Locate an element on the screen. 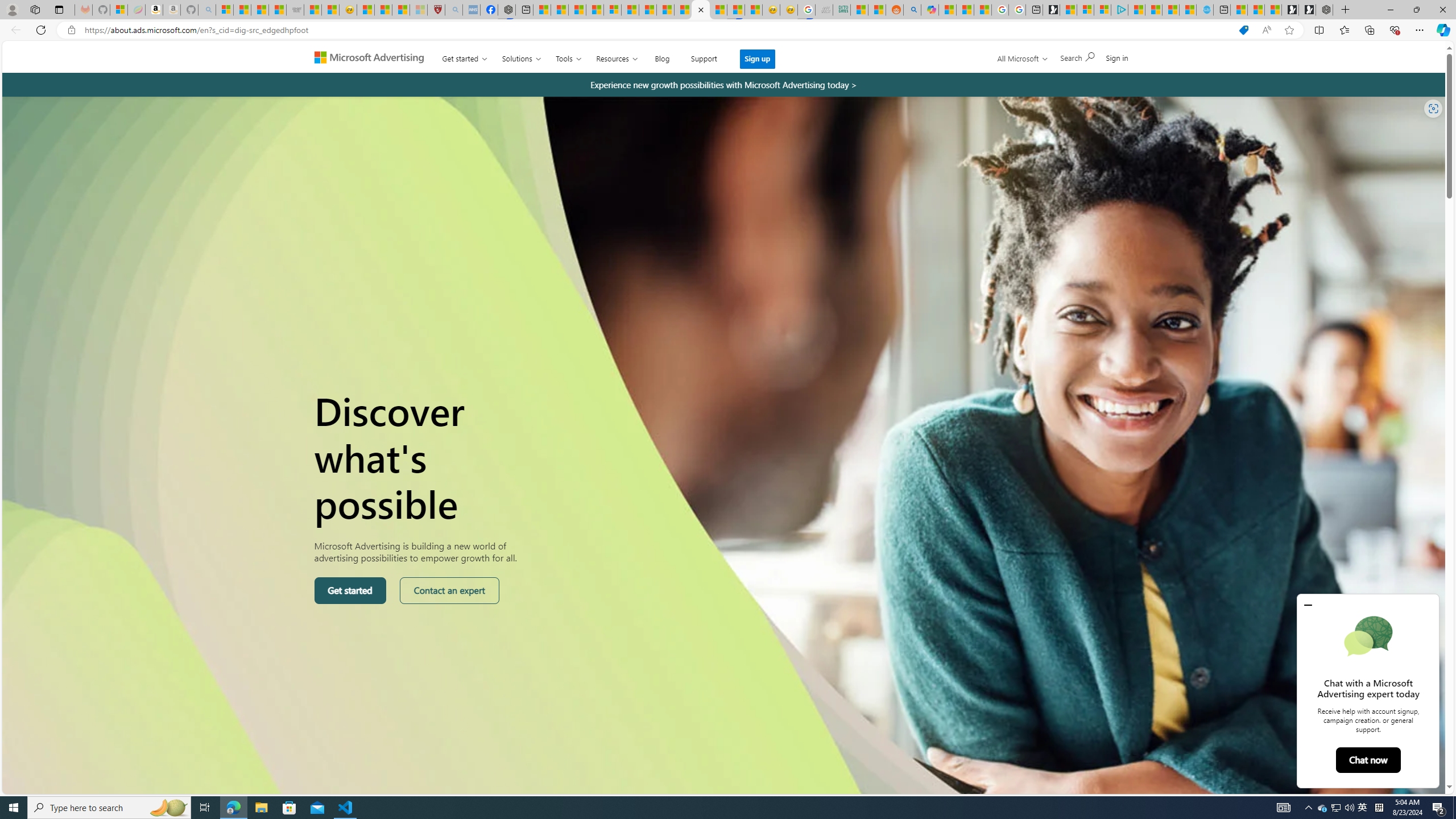 The width and height of the screenshot is (1456, 819). 'Blog' is located at coordinates (661, 56).